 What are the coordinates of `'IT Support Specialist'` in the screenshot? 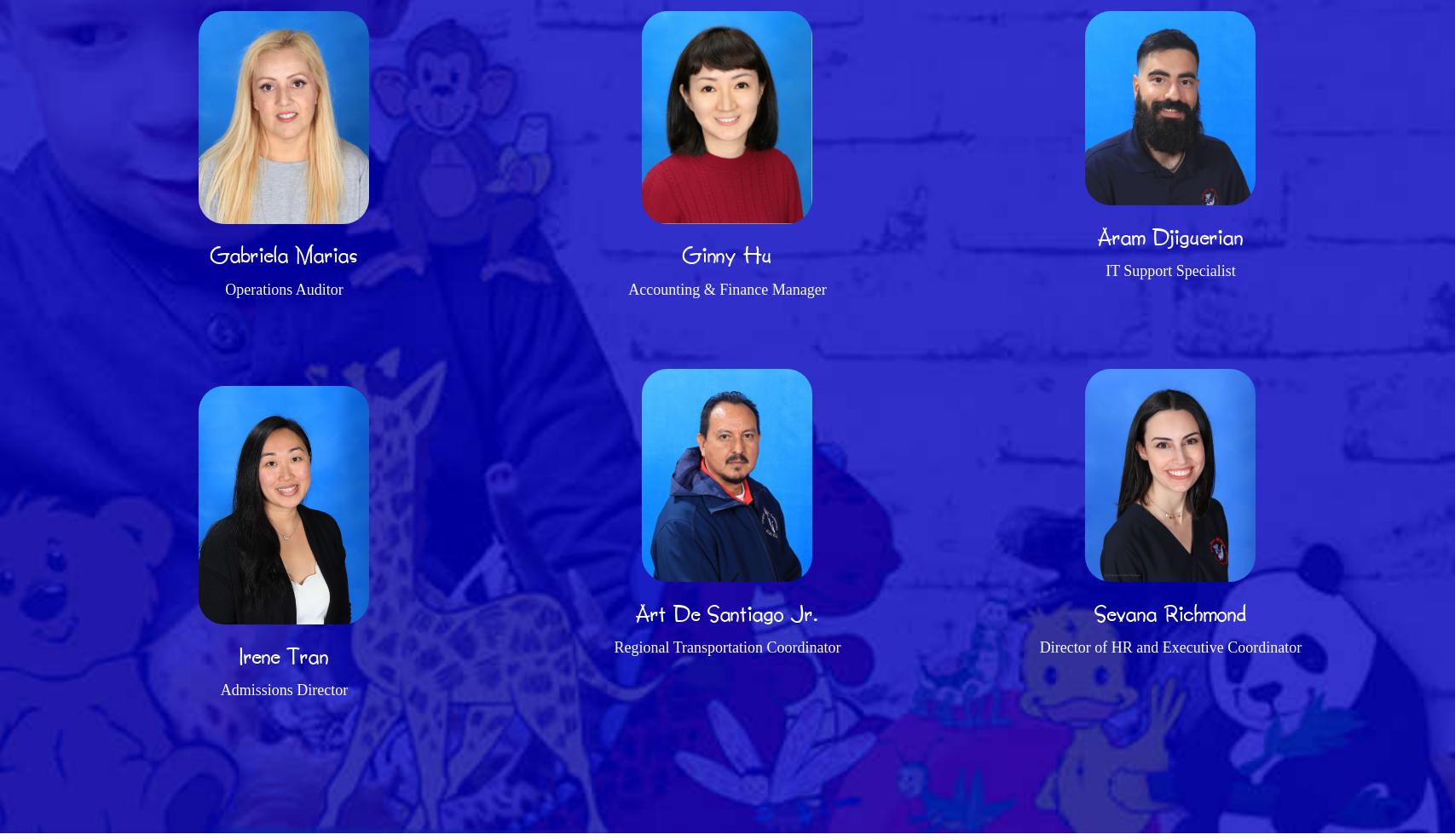 It's located at (1169, 270).